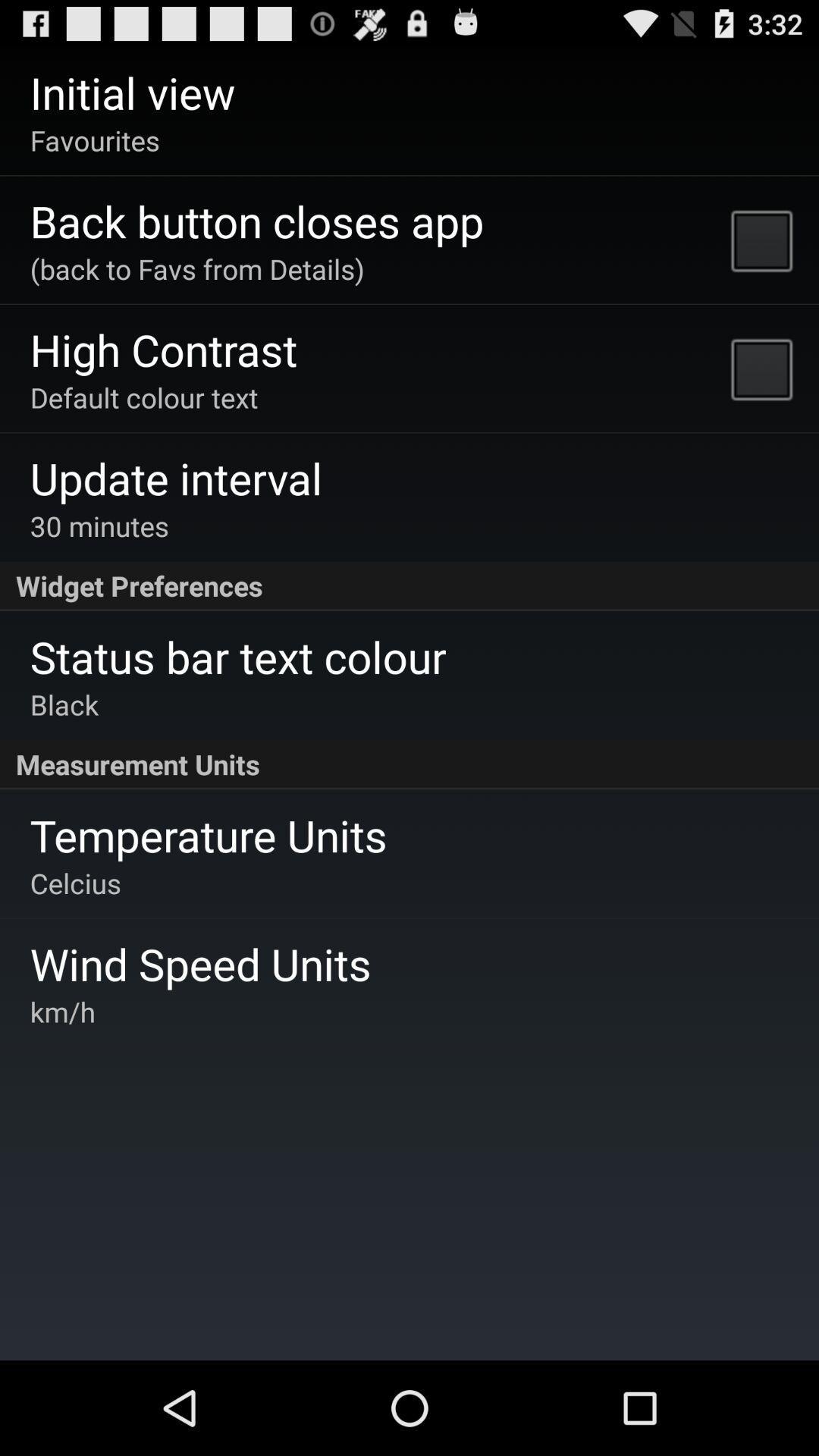 Image resolution: width=819 pixels, height=1456 pixels. I want to click on the update interval, so click(175, 477).